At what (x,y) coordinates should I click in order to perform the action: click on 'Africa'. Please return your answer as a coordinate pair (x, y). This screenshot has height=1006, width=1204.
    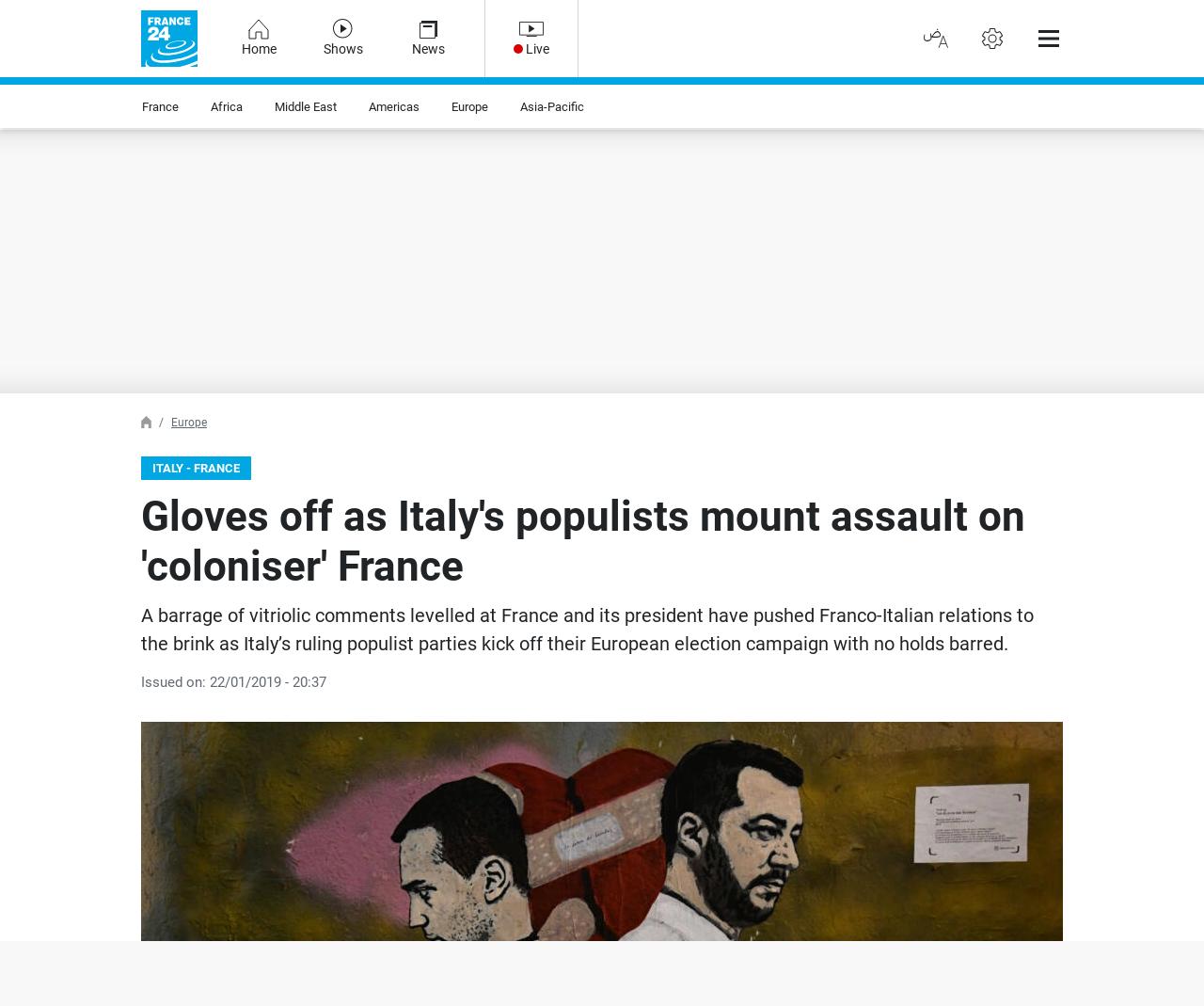
    Looking at the image, I should click on (226, 105).